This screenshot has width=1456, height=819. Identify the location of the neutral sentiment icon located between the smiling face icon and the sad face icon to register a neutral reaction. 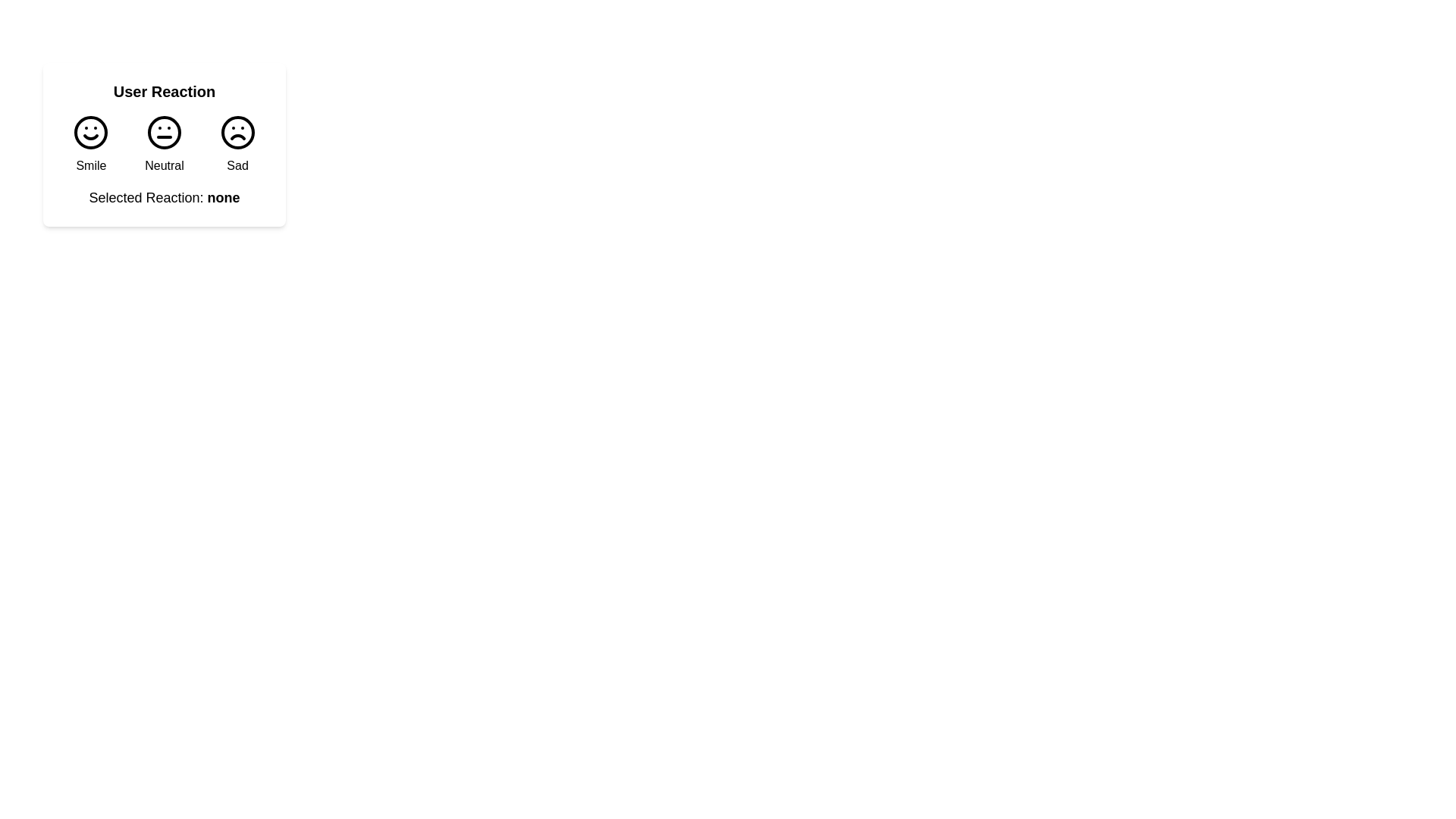
(164, 131).